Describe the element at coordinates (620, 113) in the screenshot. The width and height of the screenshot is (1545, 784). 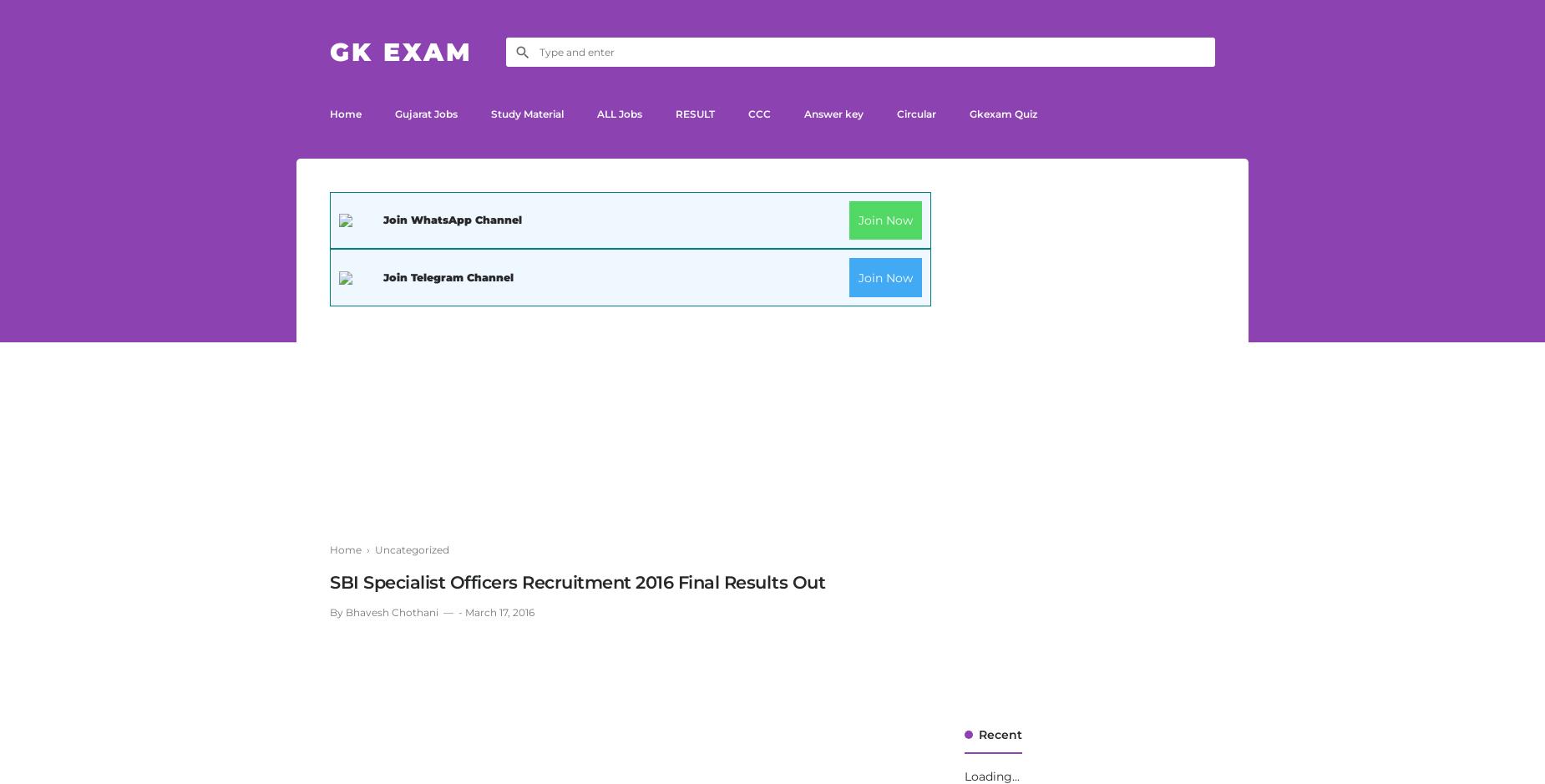
I see `'ALL Jobs'` at that location.